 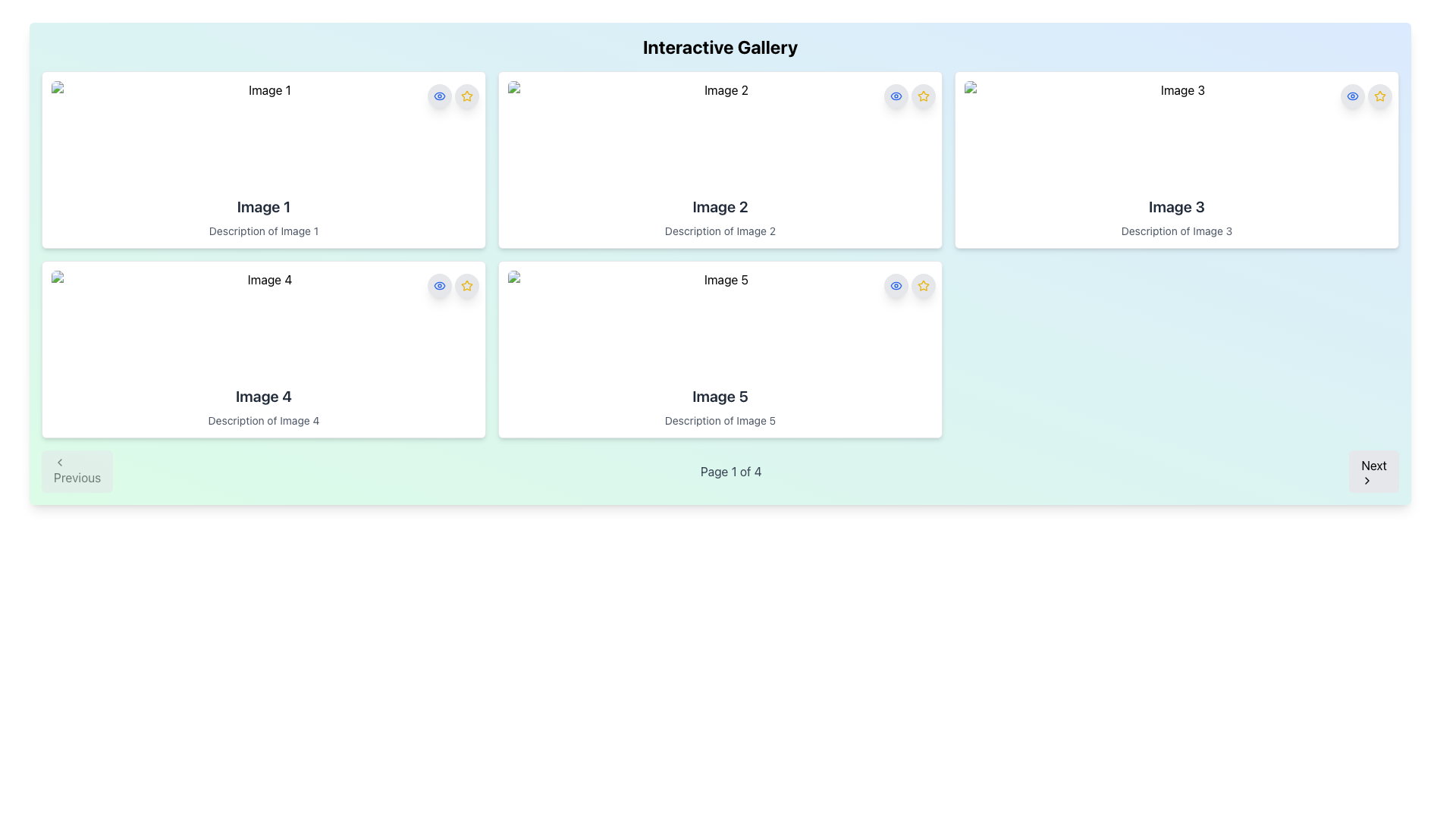 What do you see at coordinates (1175, 134) in the screenshot?
I see `the image component displaying 'Image 3' located at the top of the card` at bounding box center [1175, 134].